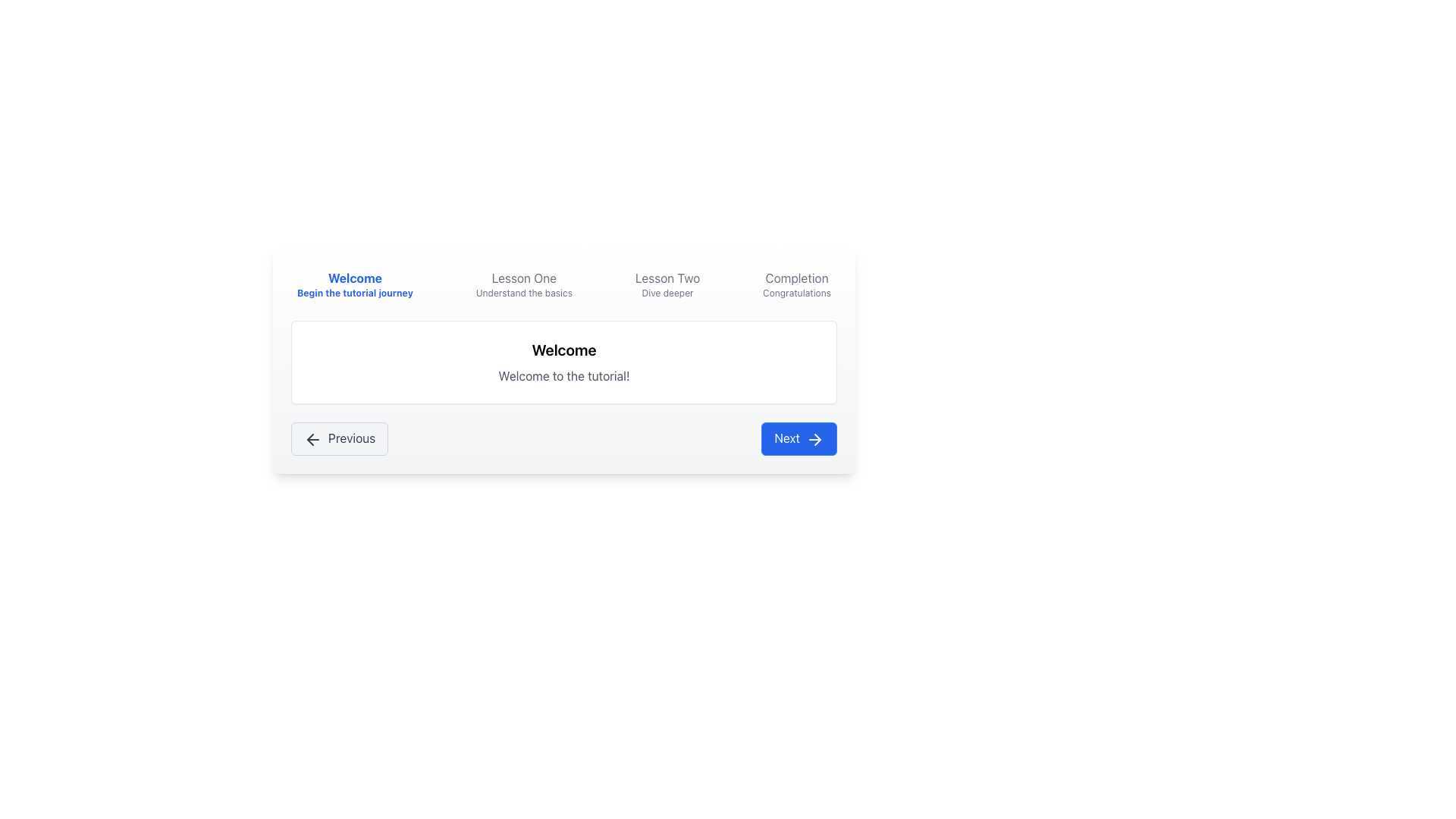  Describe the element at coordinates (312, 438) in the screenshot. I see `the left-facing arrow icon within a circular outline, located immediately to the left of the 'Previous' text in the bottom-left corner of the interface` at that location.